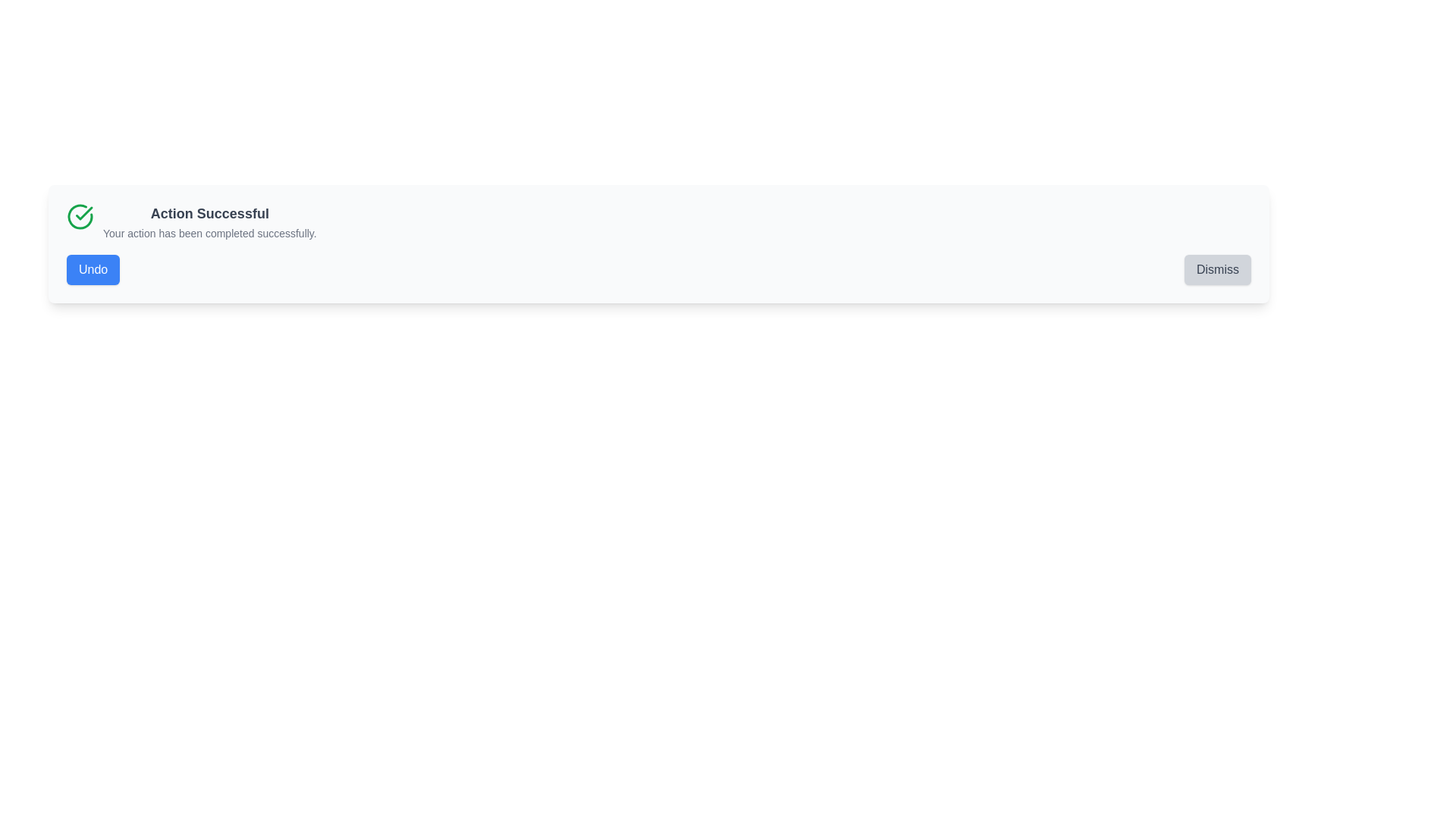  Describe the element at coordinates (1218, 268) in the screenshot. I see `the 'Dismiss' button, which is a rectangular button with rounded corners and a light gray background, located on the far right of the layout` at that location.